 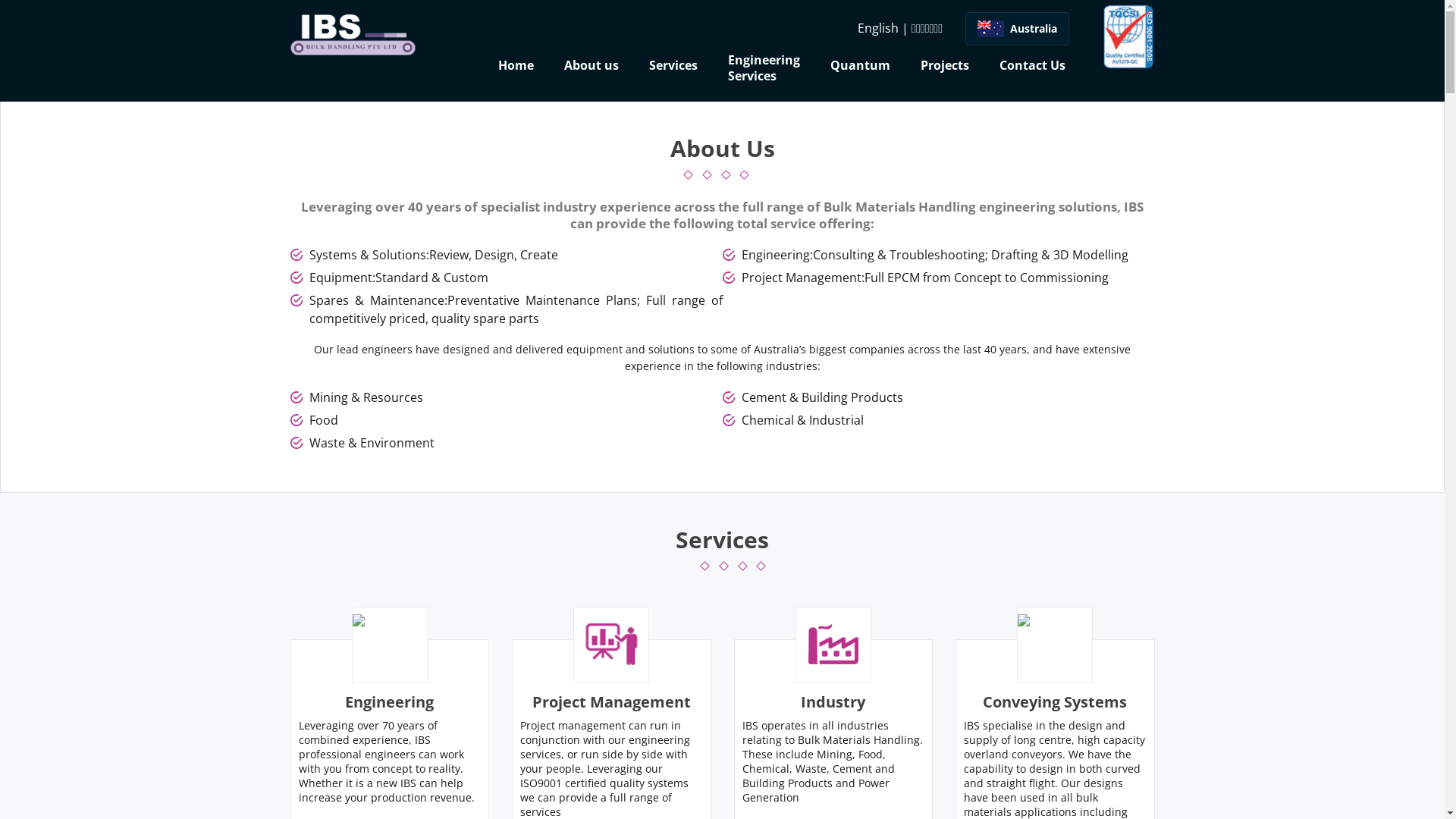 I want to click on 'Contact Us', so click(x=1031, y=66).